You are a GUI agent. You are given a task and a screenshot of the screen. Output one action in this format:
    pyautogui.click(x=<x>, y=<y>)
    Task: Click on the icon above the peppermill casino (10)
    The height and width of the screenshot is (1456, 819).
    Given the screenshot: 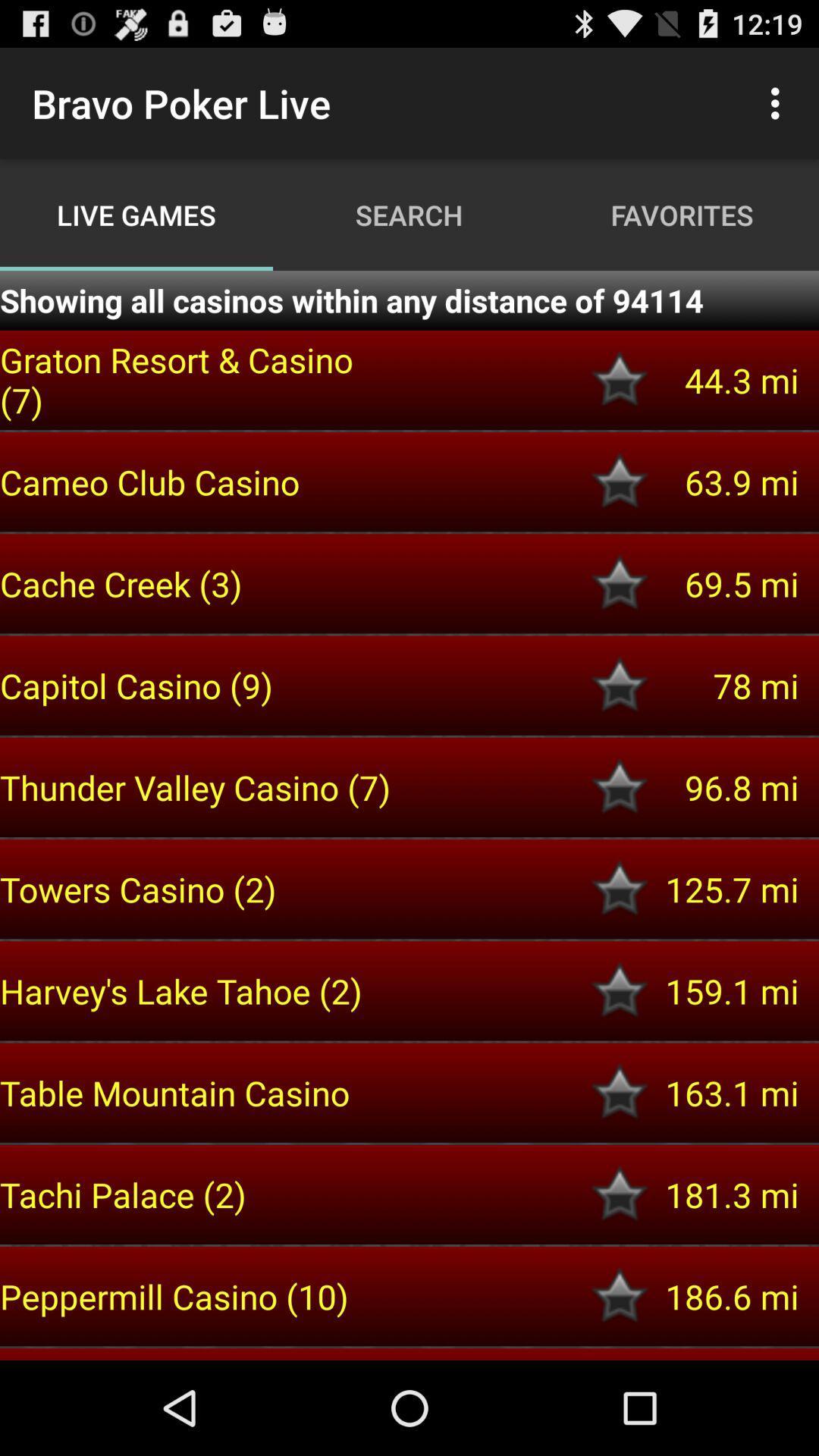 What is the action you would take?
    pyautogui.click(x=198, y=1194)
    